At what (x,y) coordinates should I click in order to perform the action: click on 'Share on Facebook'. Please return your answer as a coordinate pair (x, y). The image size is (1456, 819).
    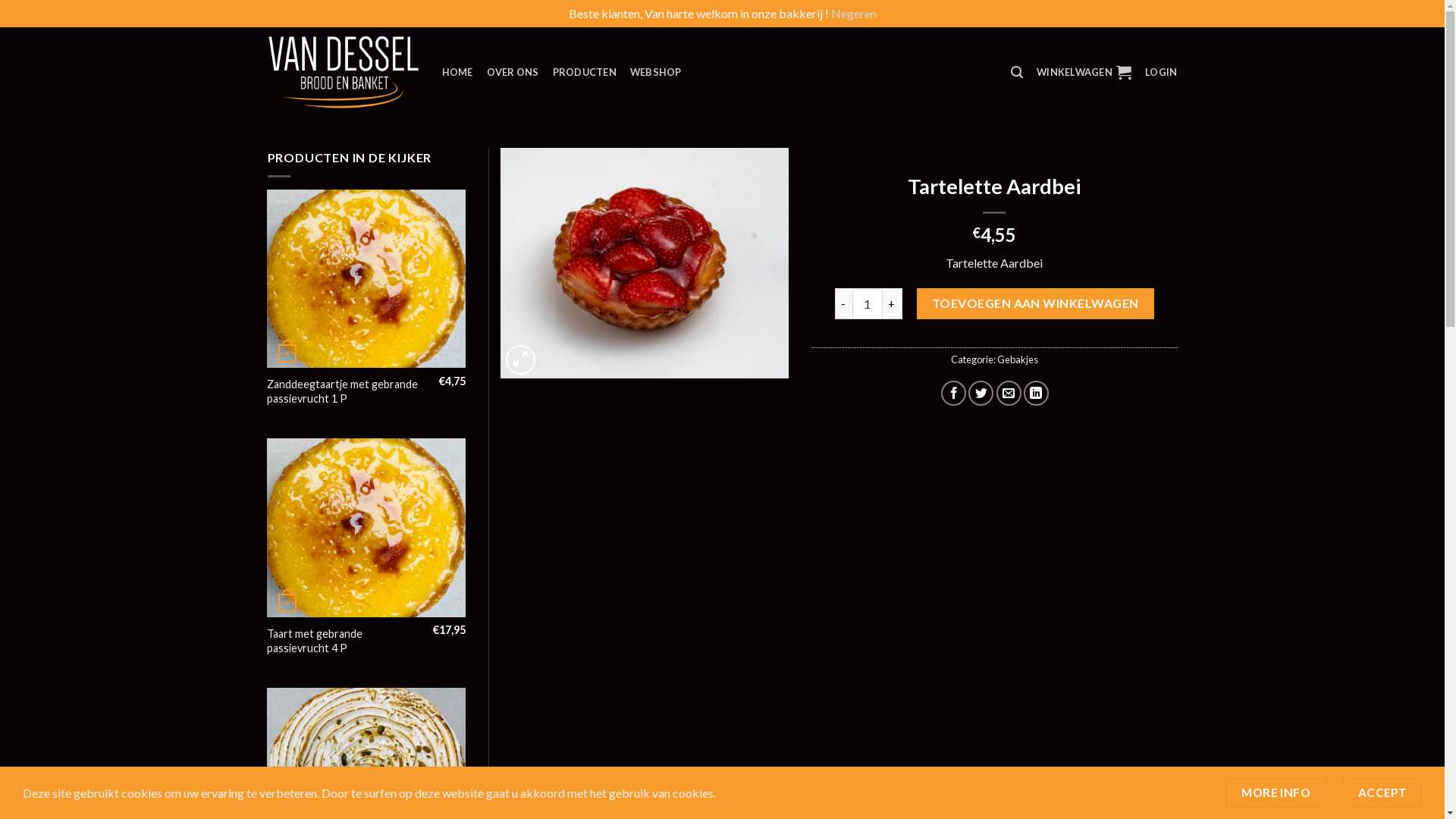
    Looking at the image, I should click on (952, 392).